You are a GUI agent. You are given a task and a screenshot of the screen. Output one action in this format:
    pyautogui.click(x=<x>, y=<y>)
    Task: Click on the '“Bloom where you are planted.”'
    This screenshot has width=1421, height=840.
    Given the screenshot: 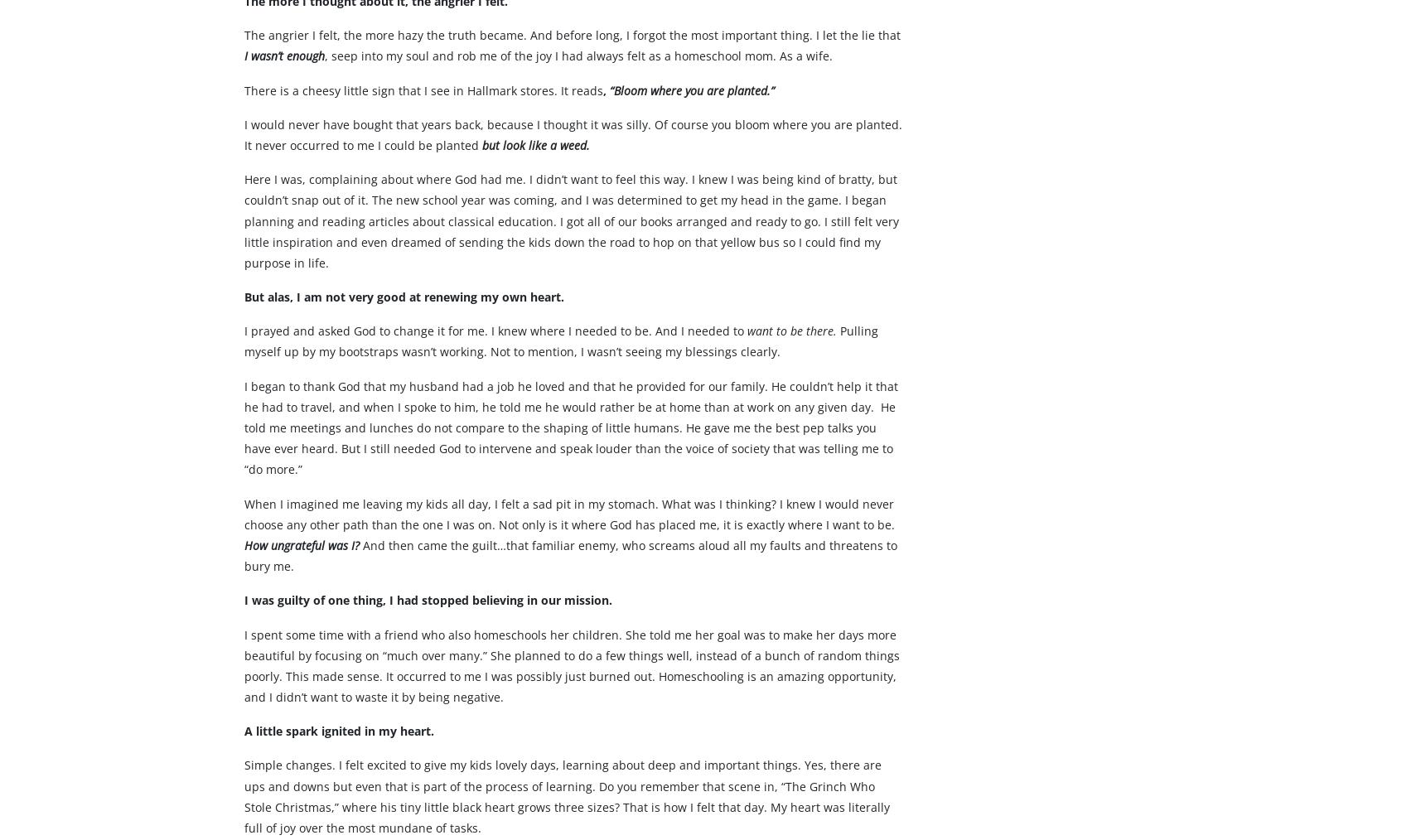 What is the action you would take?
    pyautogui.click(x=693, y=122)
    